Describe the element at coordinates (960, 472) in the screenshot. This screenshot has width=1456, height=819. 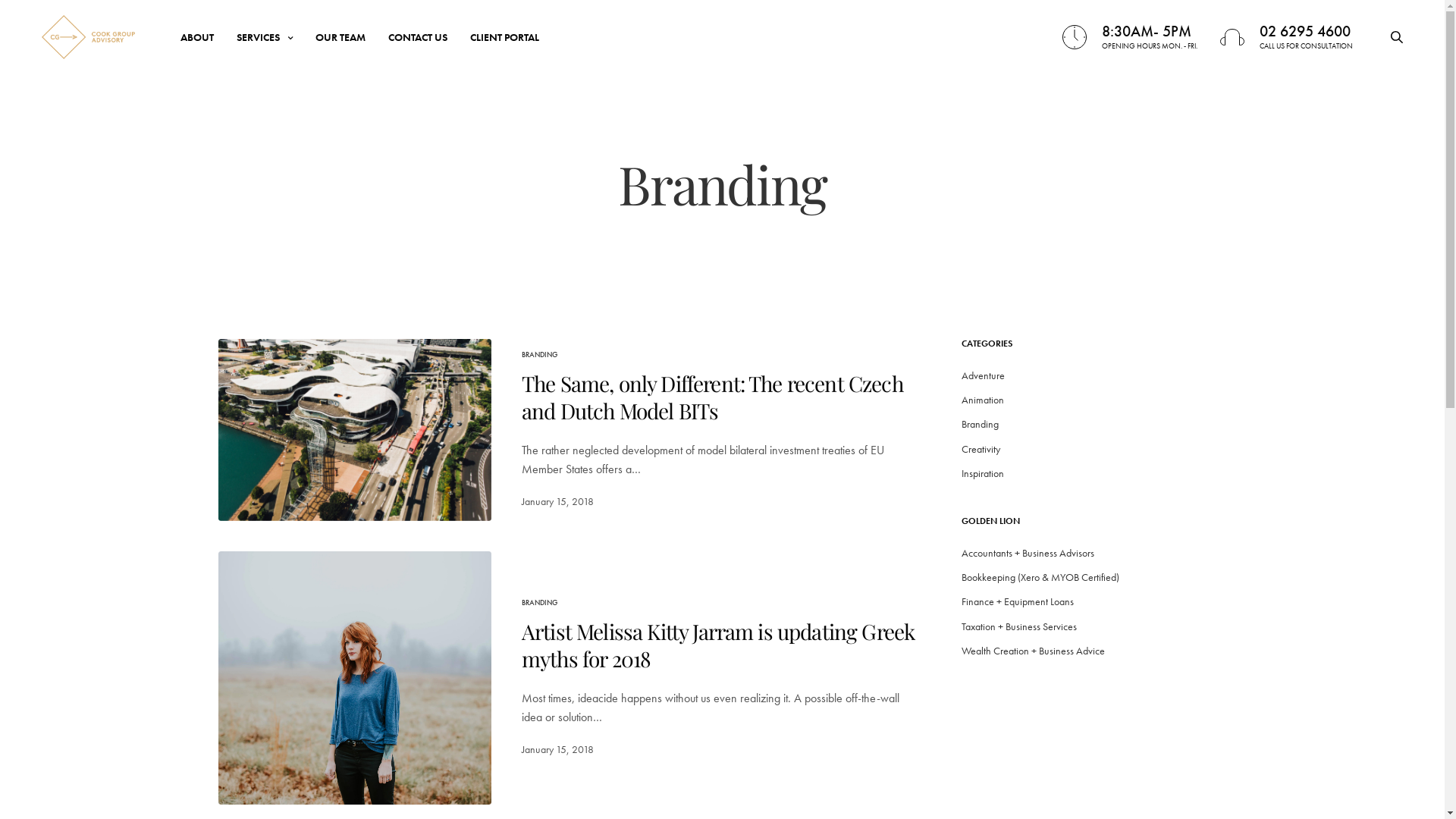
I see `'Inspiration'` at that location.